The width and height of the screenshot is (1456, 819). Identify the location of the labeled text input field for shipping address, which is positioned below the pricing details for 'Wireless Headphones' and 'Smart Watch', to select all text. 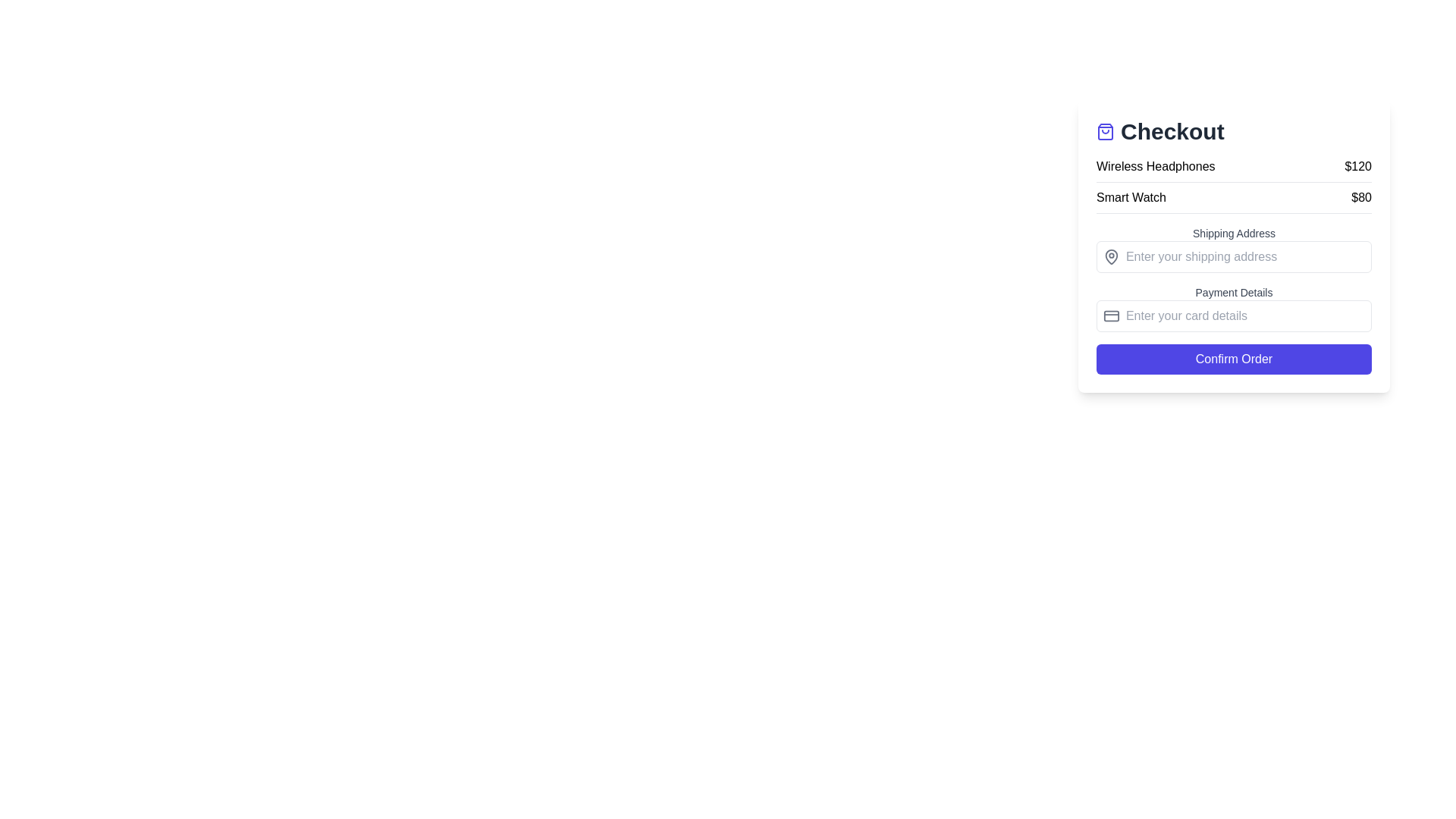
(1234, 248).